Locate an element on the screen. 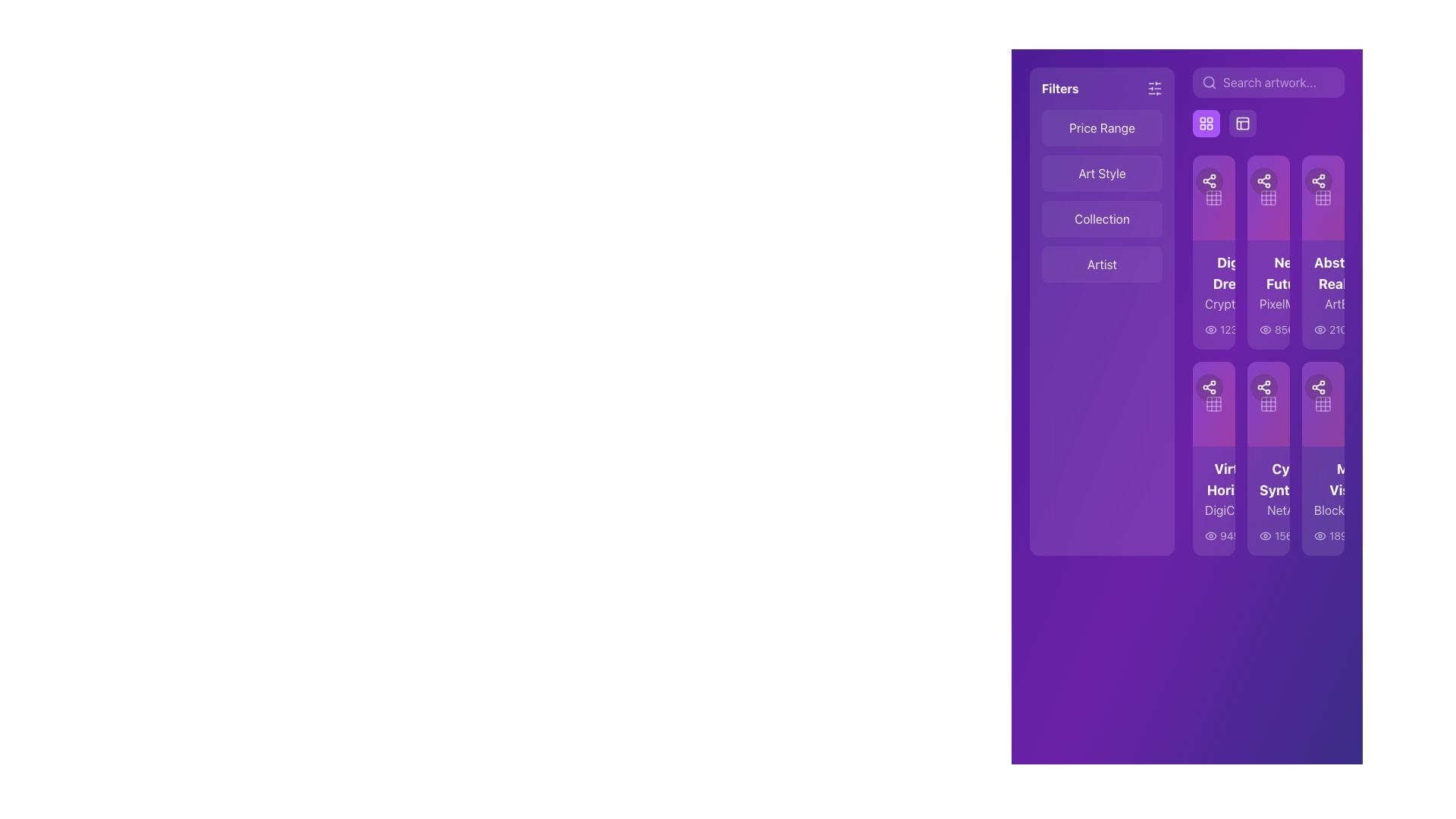 This screenshot has height=819, width=1456. the numeric indicator displaying '856' on a purple background, located next to the eye icon in the middle-right section of the interface is located at coordinates (1284, 329).